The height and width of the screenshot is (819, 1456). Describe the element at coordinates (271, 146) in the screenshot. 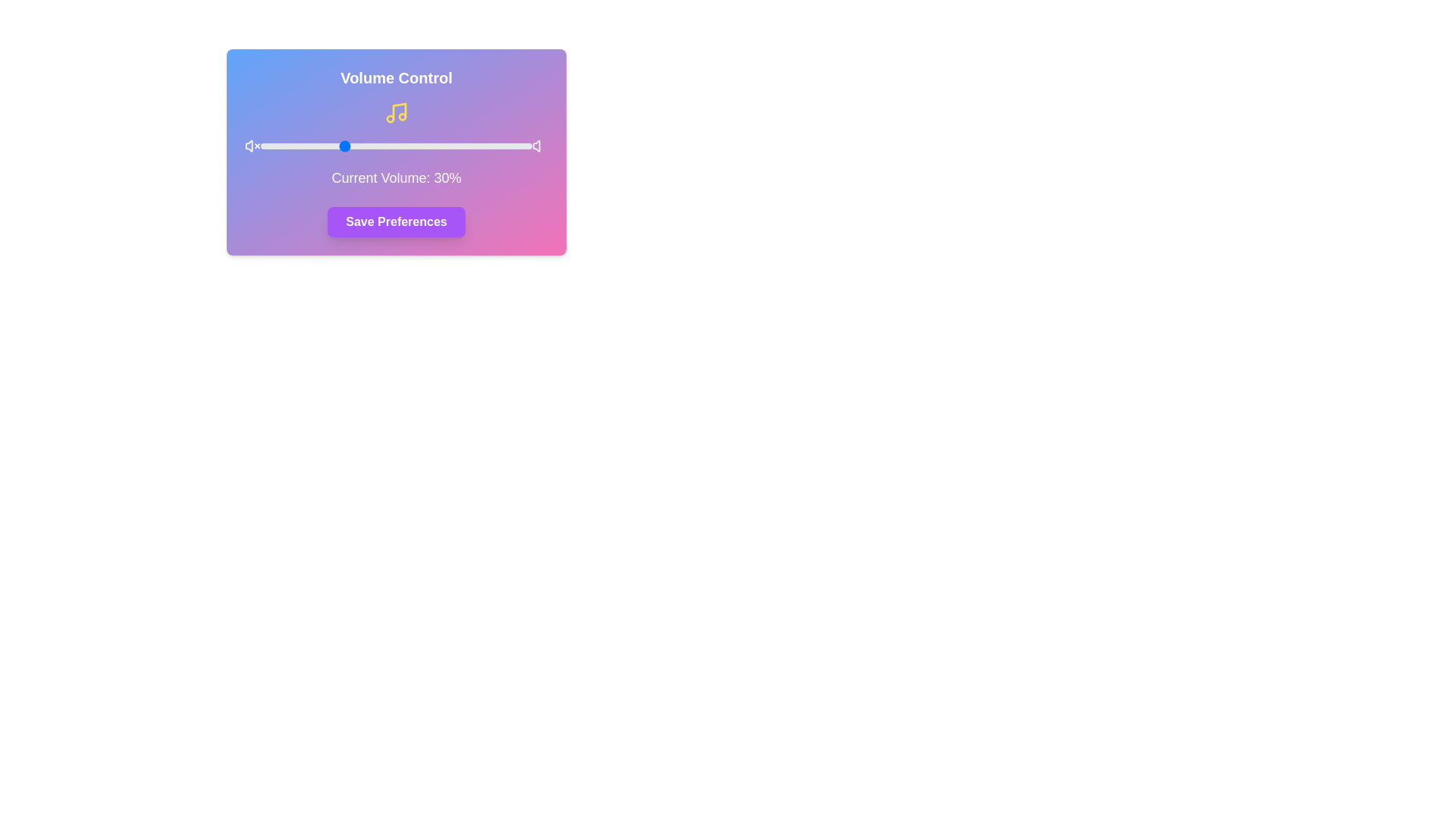

I see `the volume slider to set it to 4%` at that location.